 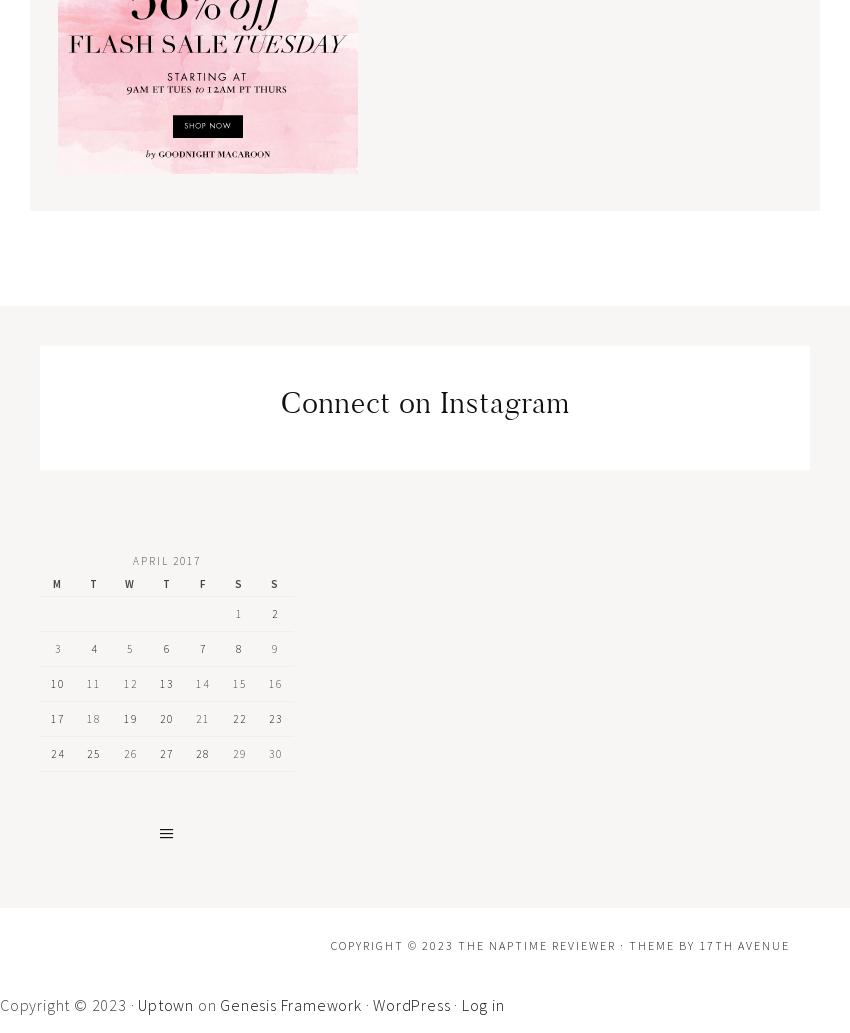 I want to click on 'on', so click(x=205, y=1002).